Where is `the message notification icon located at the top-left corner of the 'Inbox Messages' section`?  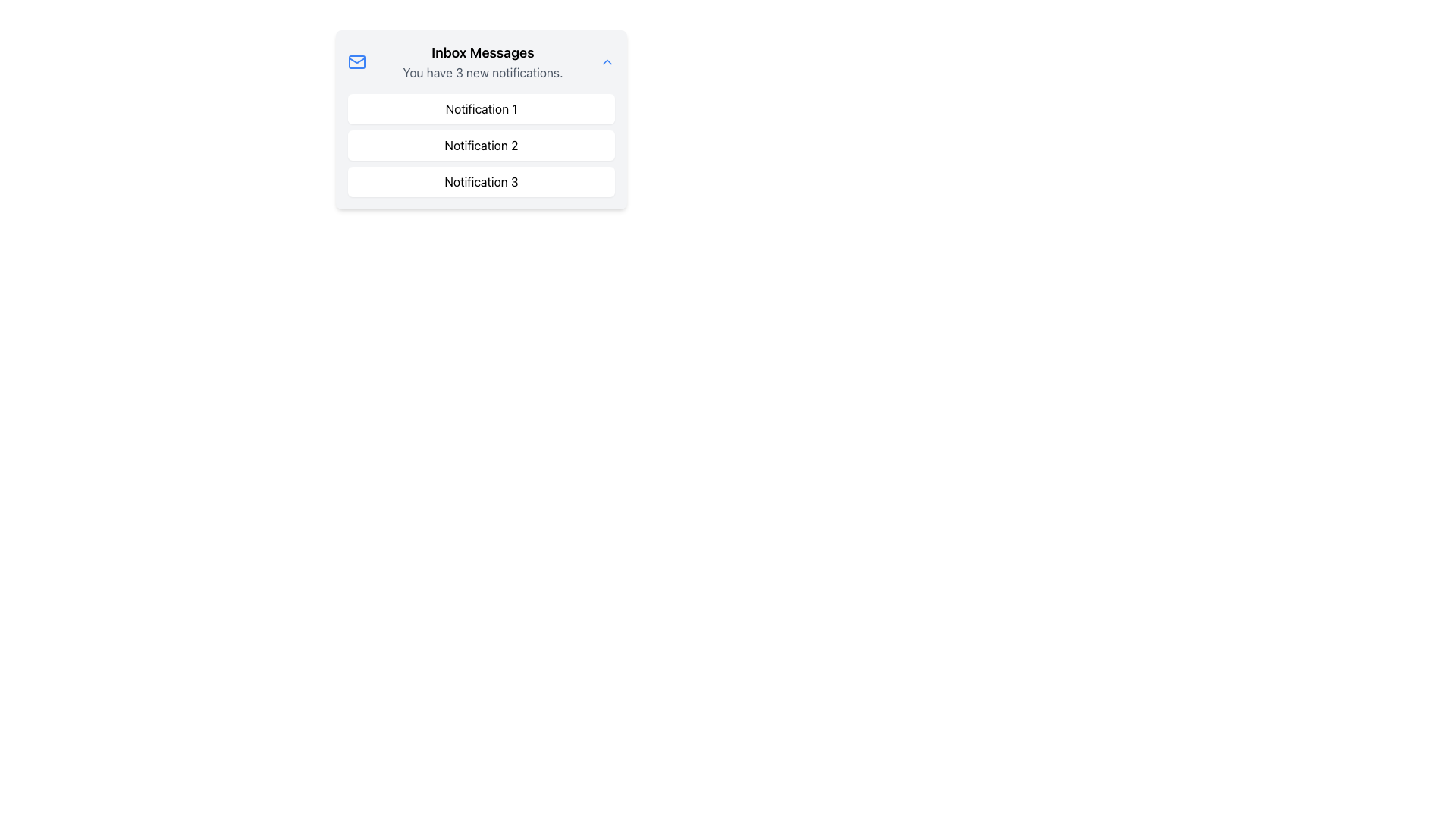
the message notification icon located at the top-left corner of the 'Inbox Messages' section is located at coordinates (356, 61).